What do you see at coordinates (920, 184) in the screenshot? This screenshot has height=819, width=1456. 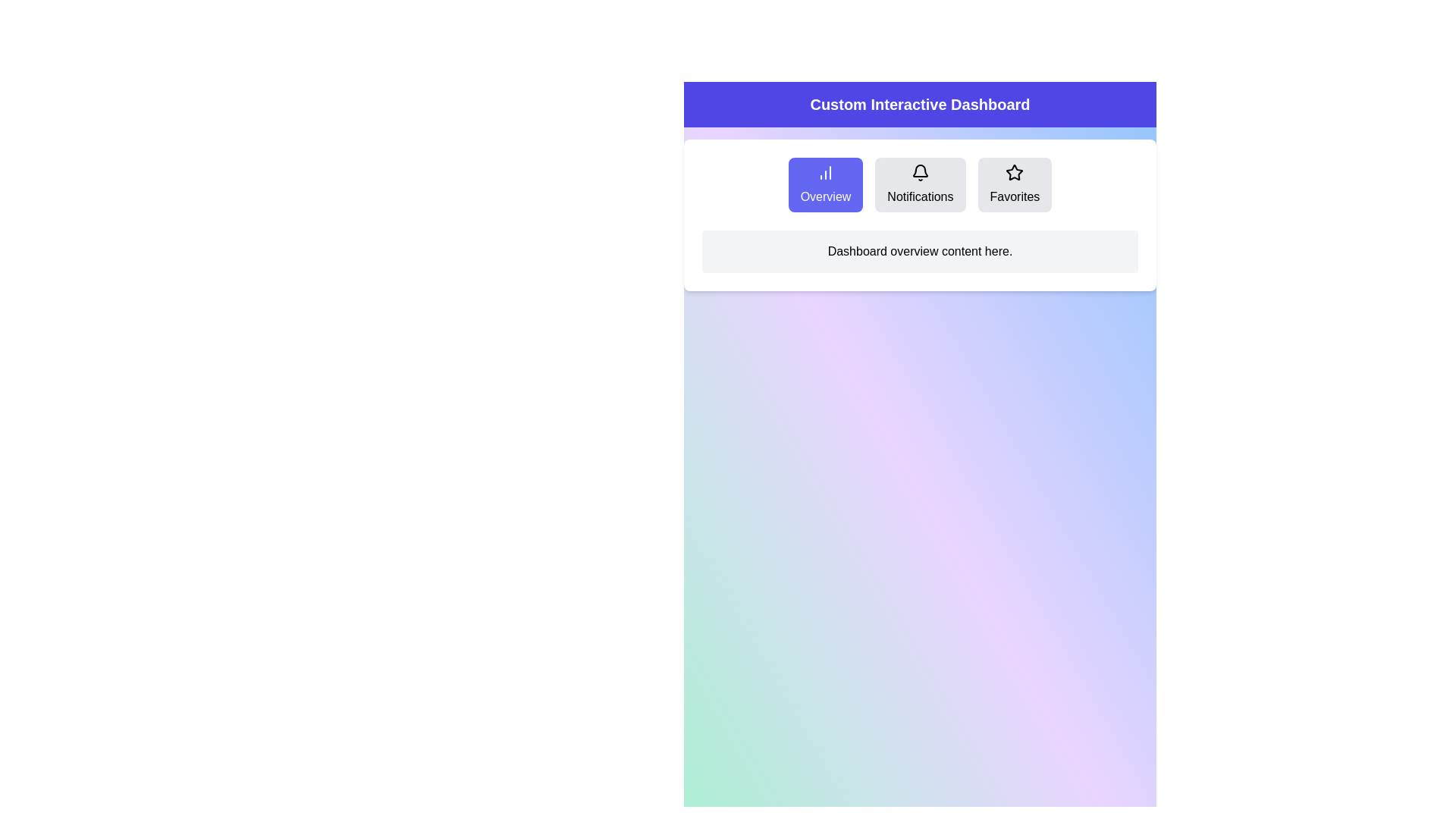 I see `the Notifications tab in the dashboard` at bounding box center [920, 184].